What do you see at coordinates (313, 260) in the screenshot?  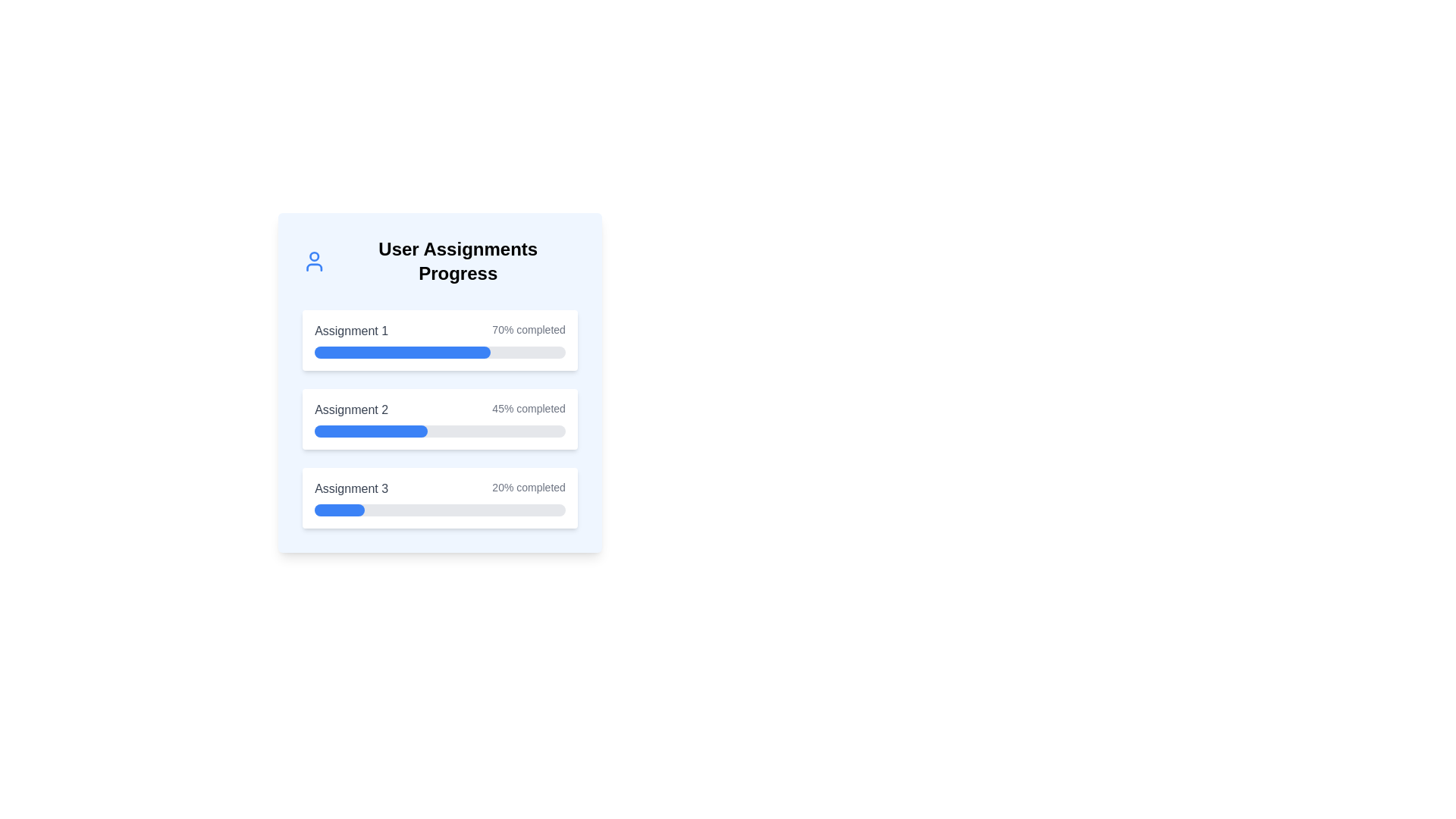 I see `the blue outlined user figure icon that represents an individual or profile, located to the left of the header text 'User Assignments Progress'` at bounding box center [313, 260].